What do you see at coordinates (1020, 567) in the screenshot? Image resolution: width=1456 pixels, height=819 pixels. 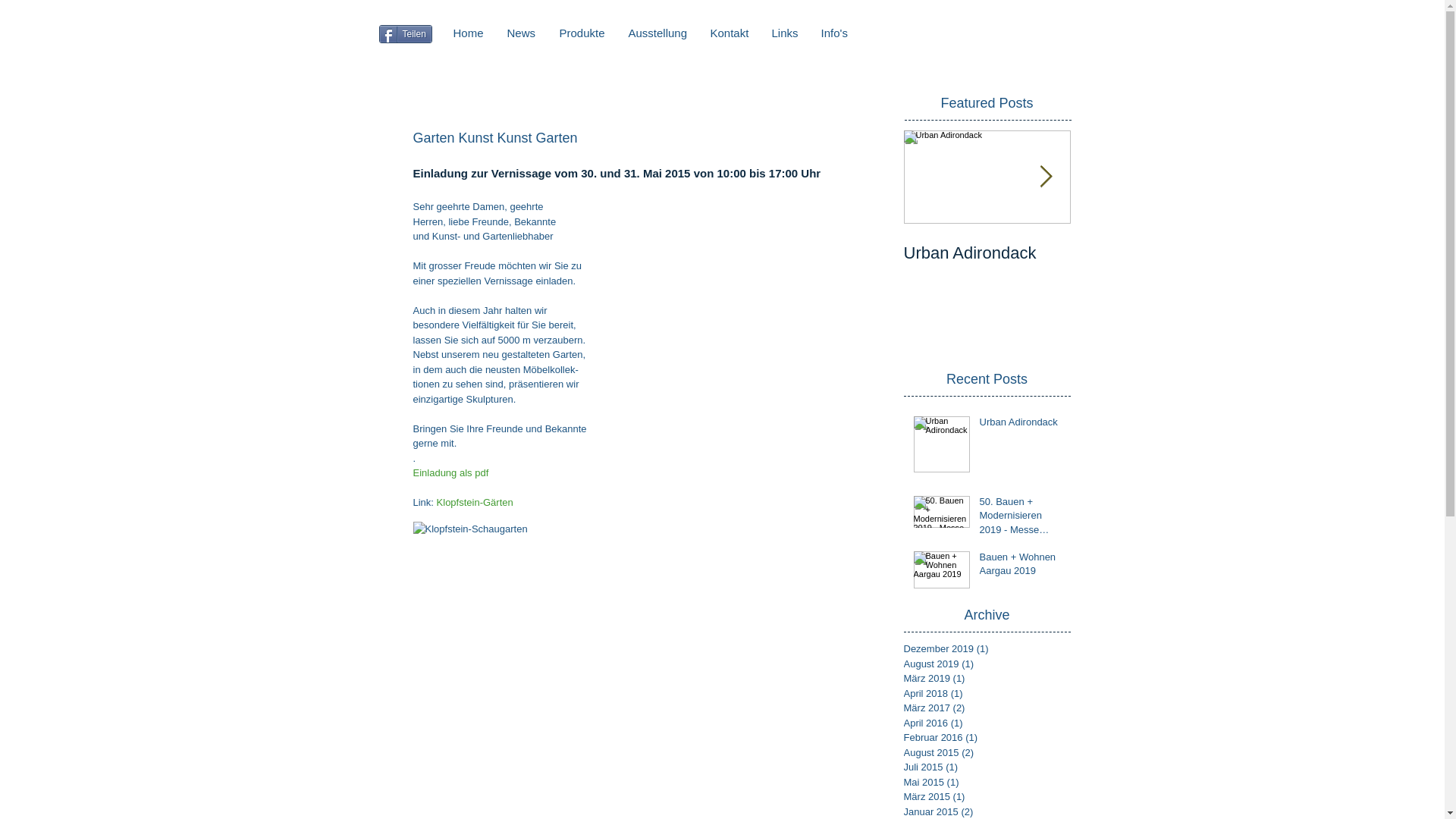 I see `'Bauen + Wohnen Aargau 2019'` at bounding box center [1020, 567].